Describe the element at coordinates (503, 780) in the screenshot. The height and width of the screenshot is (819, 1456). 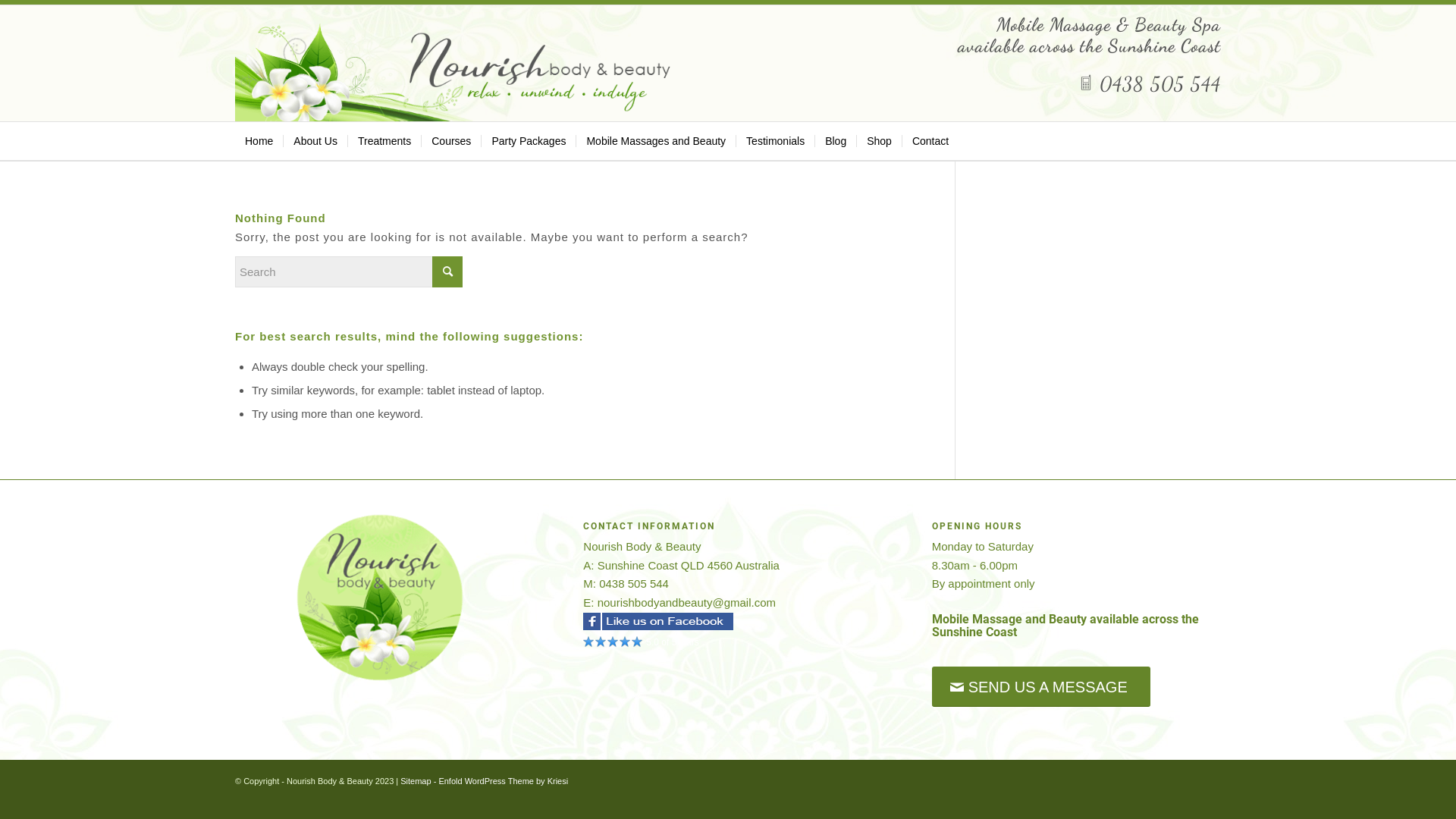
I see `'Enfold WordPress Theme by Kriesi'` at that location.